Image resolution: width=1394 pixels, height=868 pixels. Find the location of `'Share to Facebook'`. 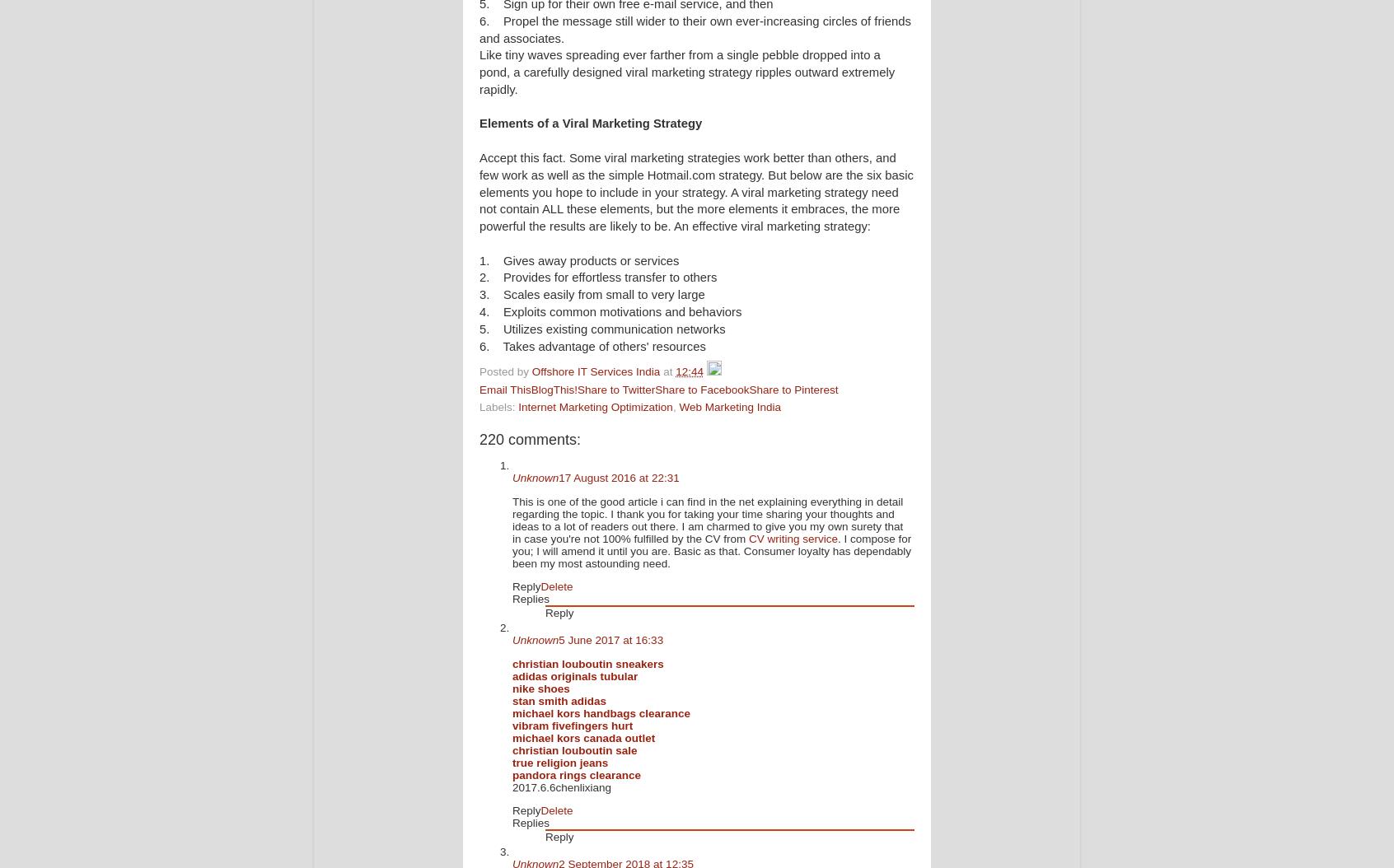

'Share to Facebook' is located at coordinates (700, 389).